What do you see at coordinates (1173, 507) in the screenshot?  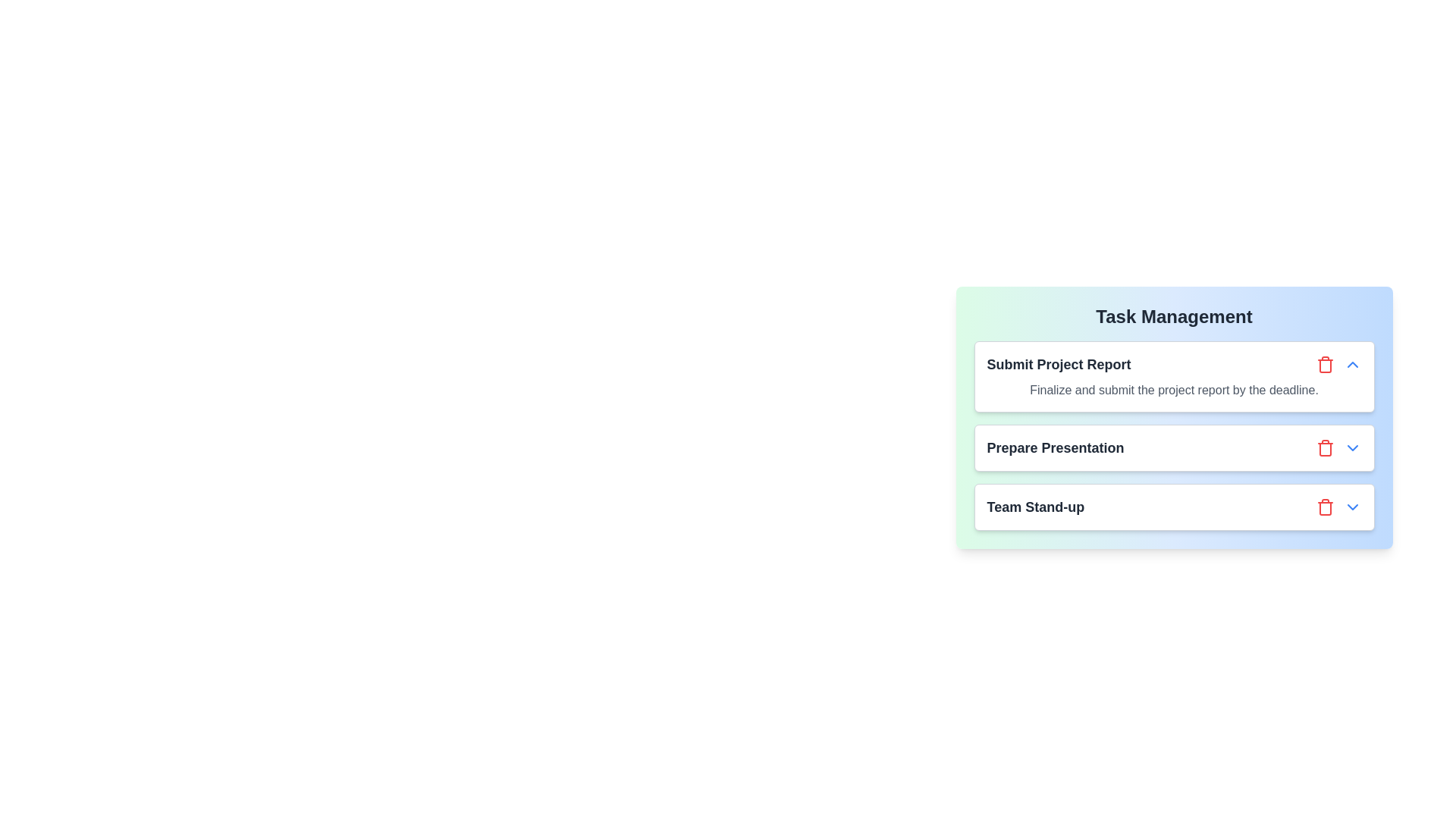 I see `the 'Team Stand-up' task card located at the bottom of the vertical list` at bounding box center [1173, 507].